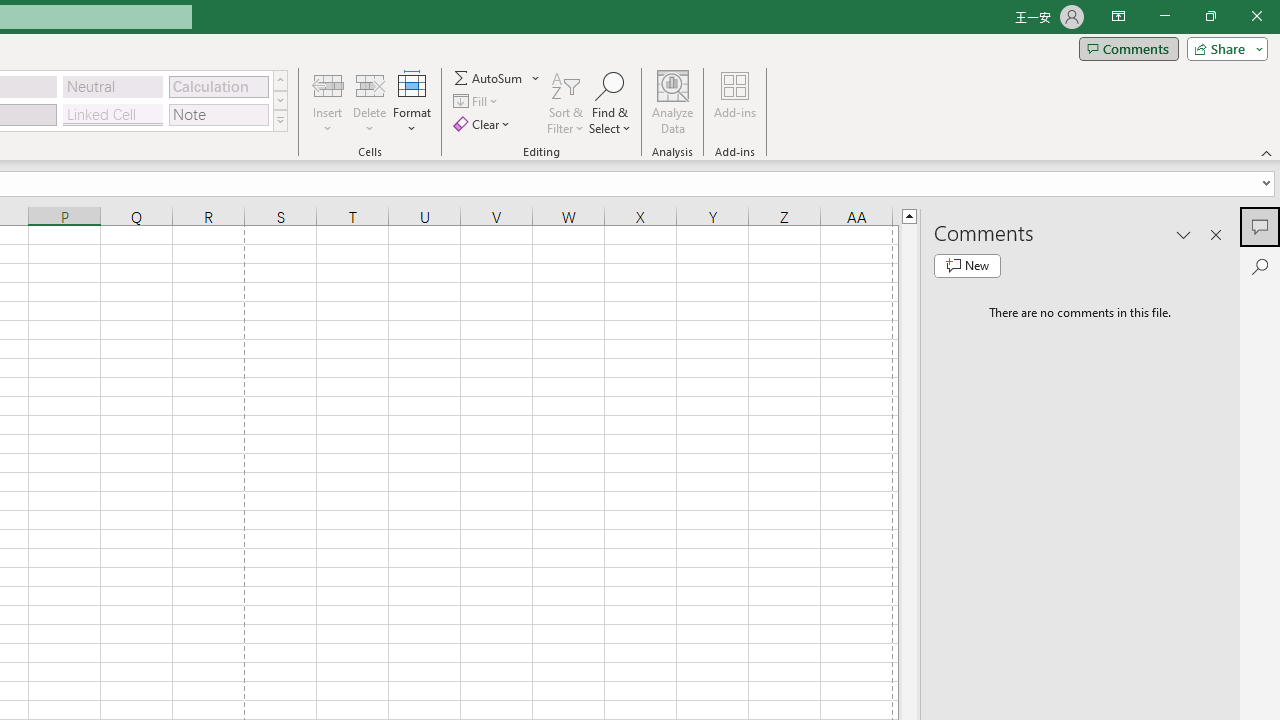  What do you see at coordinates (609, 103) in the screenshot?
I see `'Find & Select'` at bounding box center [609, 103].